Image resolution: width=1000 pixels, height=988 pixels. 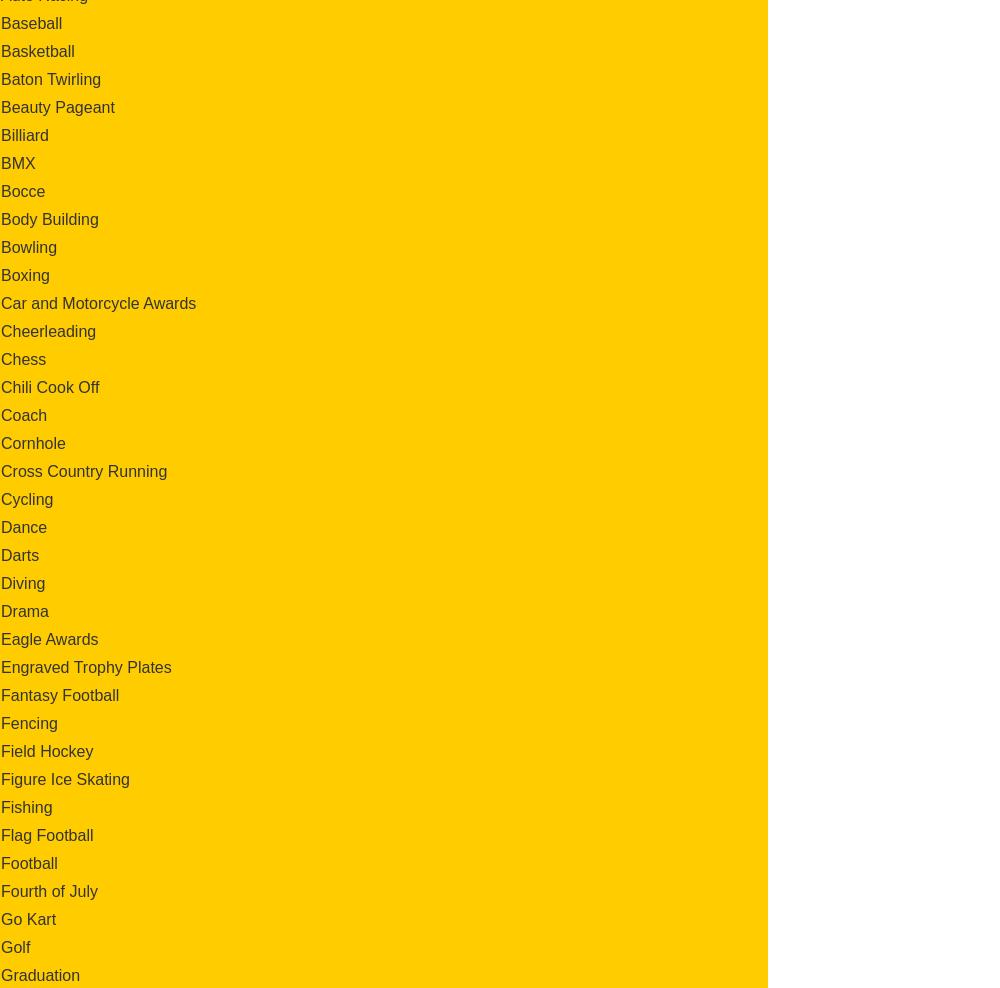 I want to click on 'Cheerleading', so click(x=1, y=330).